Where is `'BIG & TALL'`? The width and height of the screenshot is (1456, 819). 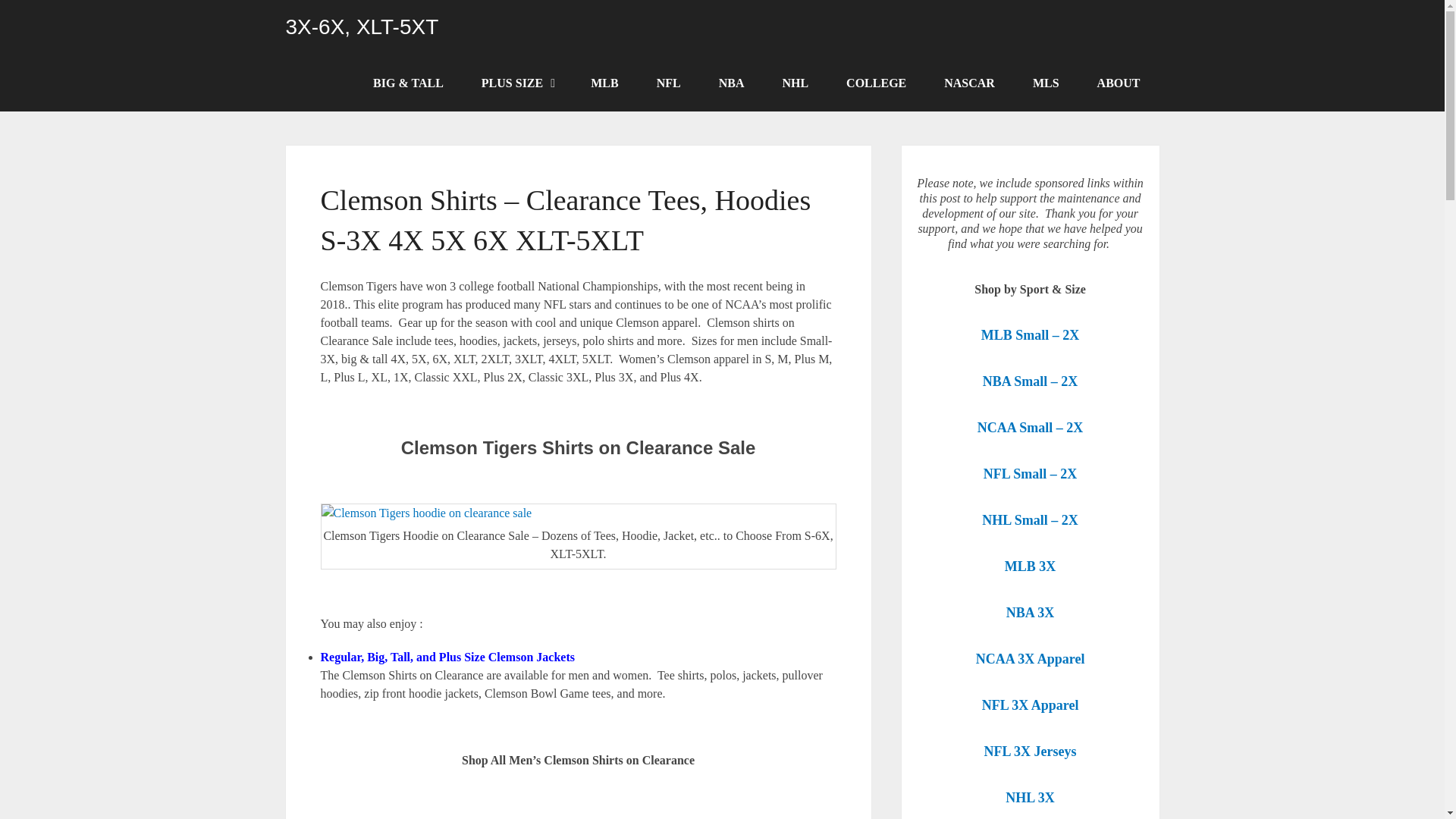
'BIG & TALL' is located at coordinates (353, 83).